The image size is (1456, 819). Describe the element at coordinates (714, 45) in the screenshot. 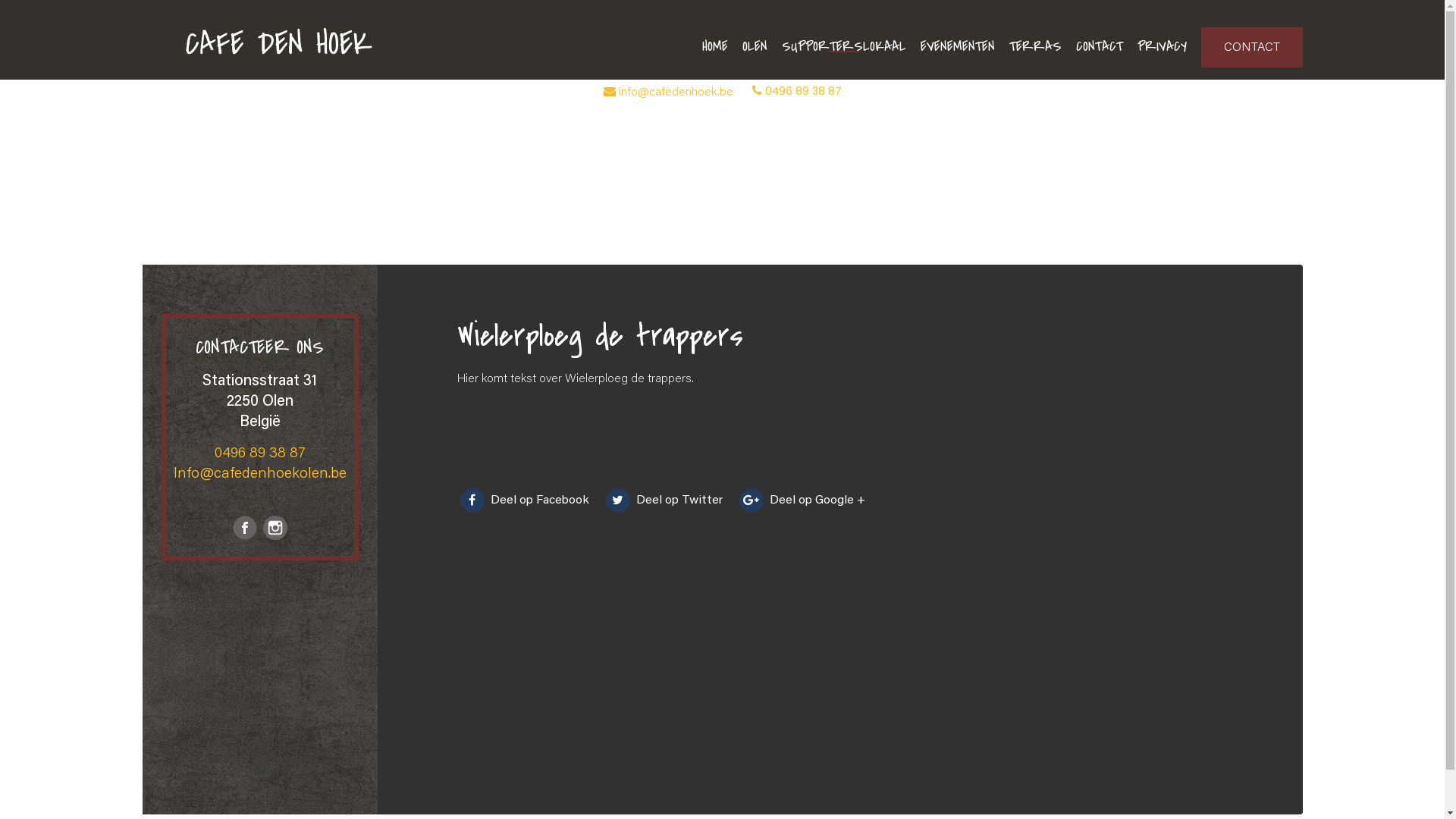

I see `'HOME'` at that location.